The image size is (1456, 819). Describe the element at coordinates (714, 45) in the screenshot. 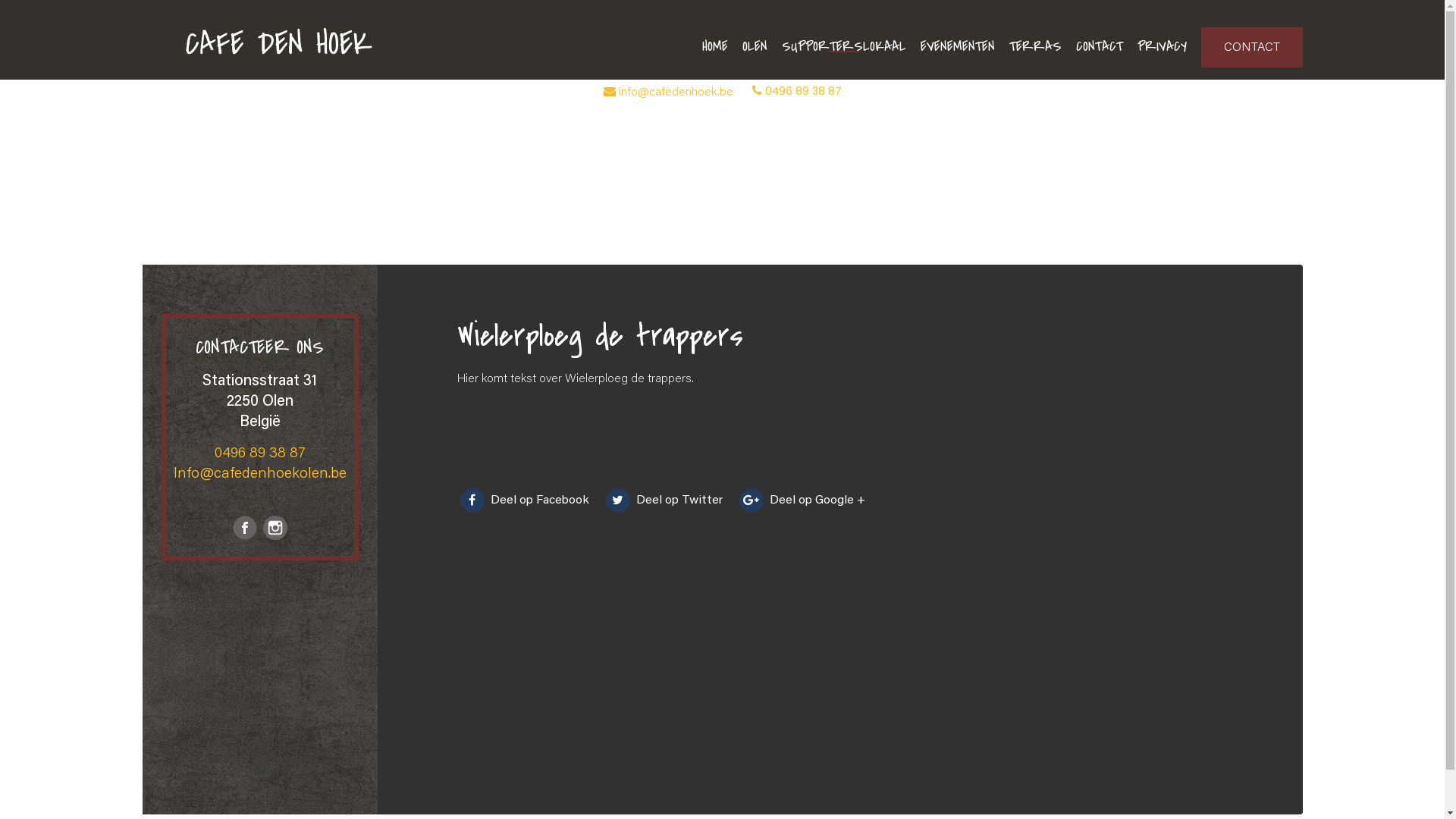

I see `'HOME'` at that location.